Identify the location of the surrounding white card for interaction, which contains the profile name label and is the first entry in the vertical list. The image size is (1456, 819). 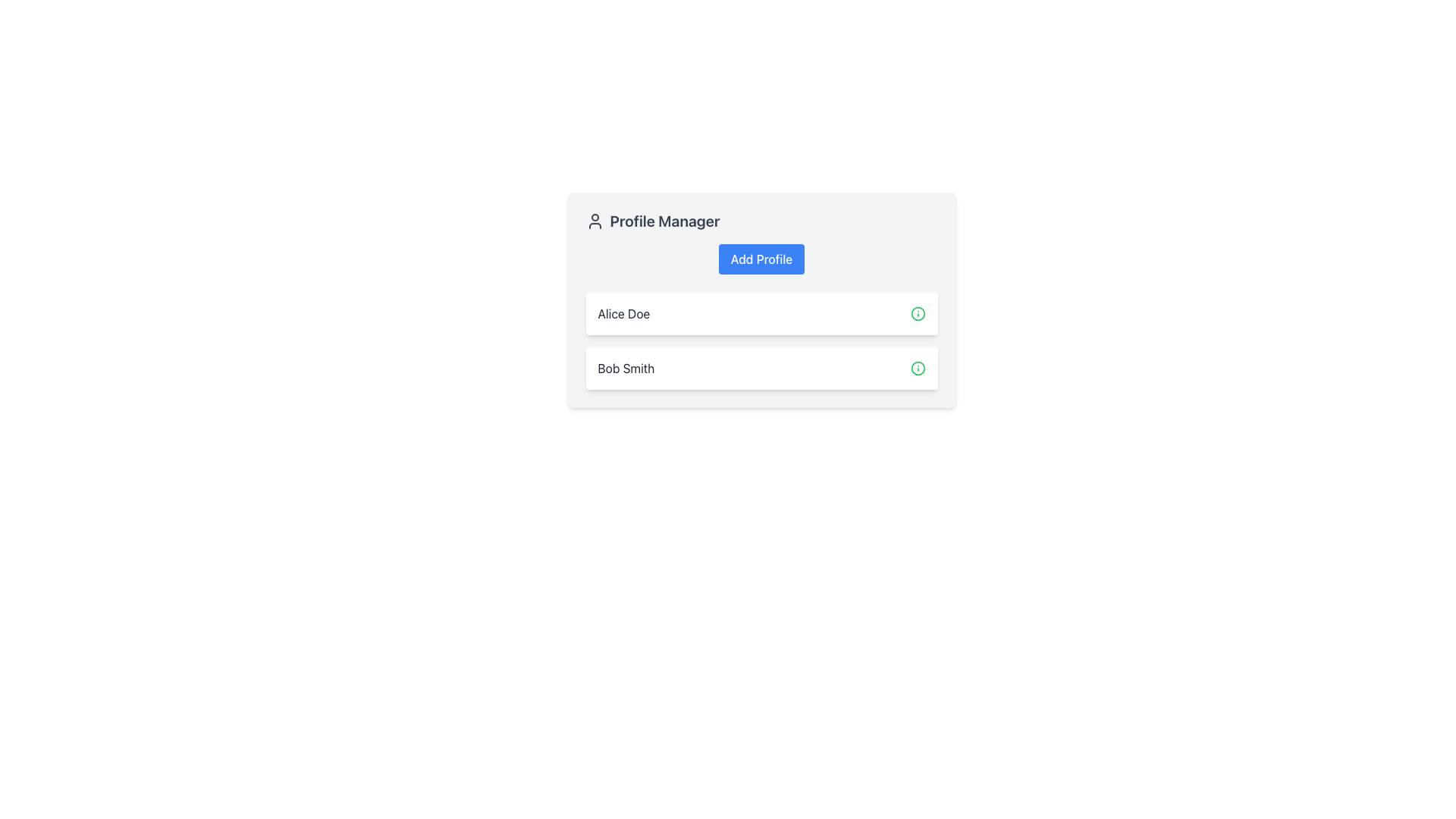
(623, 312).